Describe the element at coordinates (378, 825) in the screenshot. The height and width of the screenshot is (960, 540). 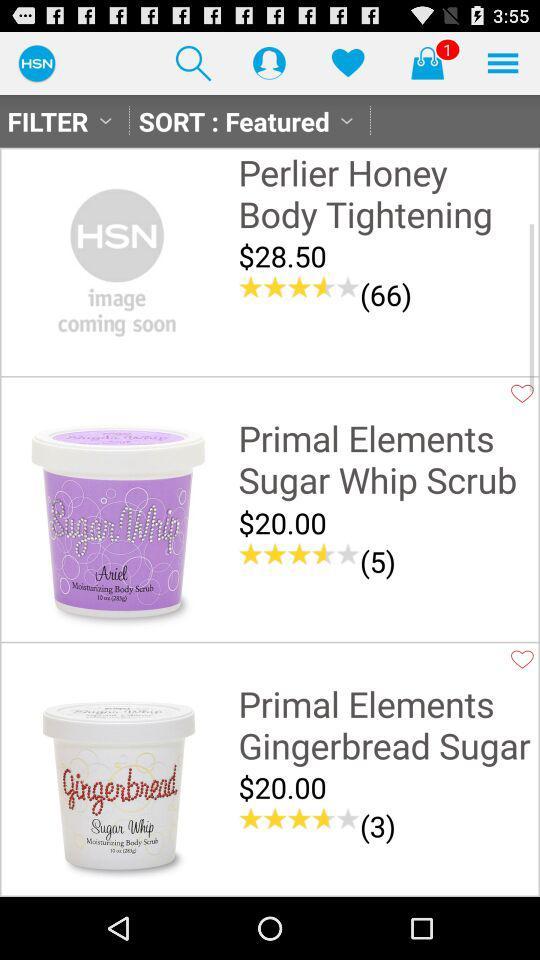
I see `(3) icon` at that location.